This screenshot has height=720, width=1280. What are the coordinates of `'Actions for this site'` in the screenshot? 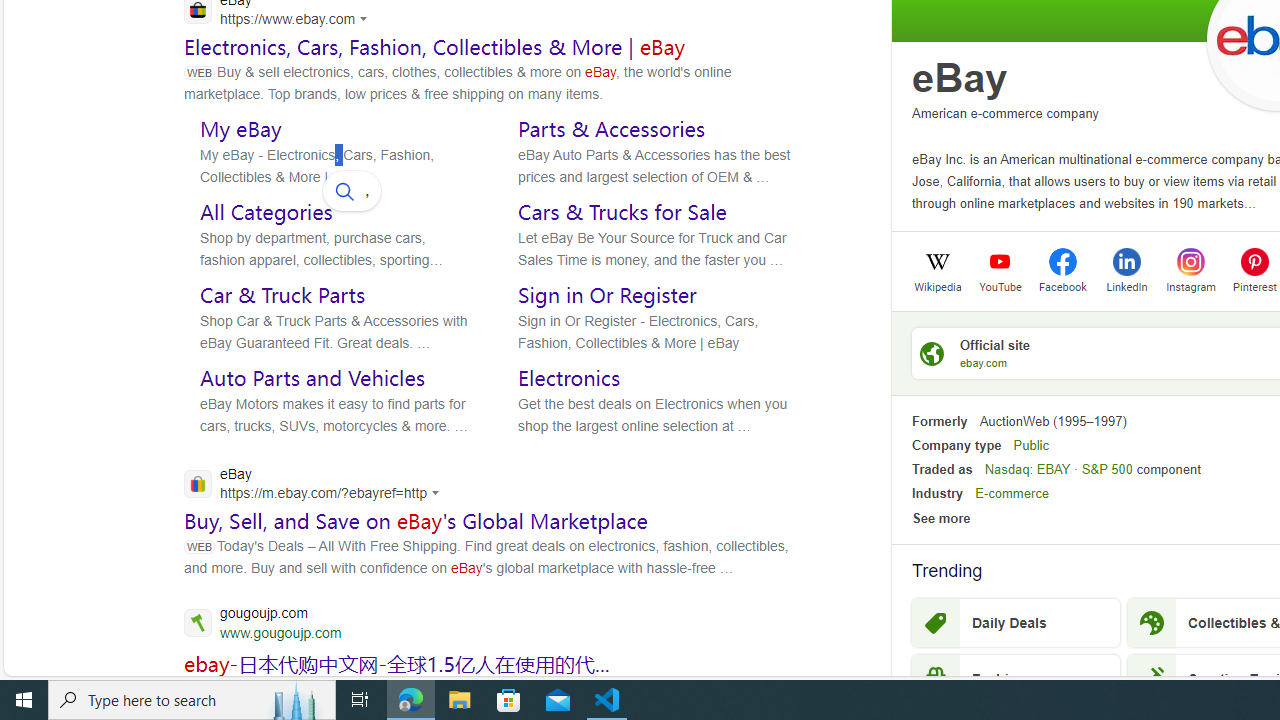 It's located at (438, 493).